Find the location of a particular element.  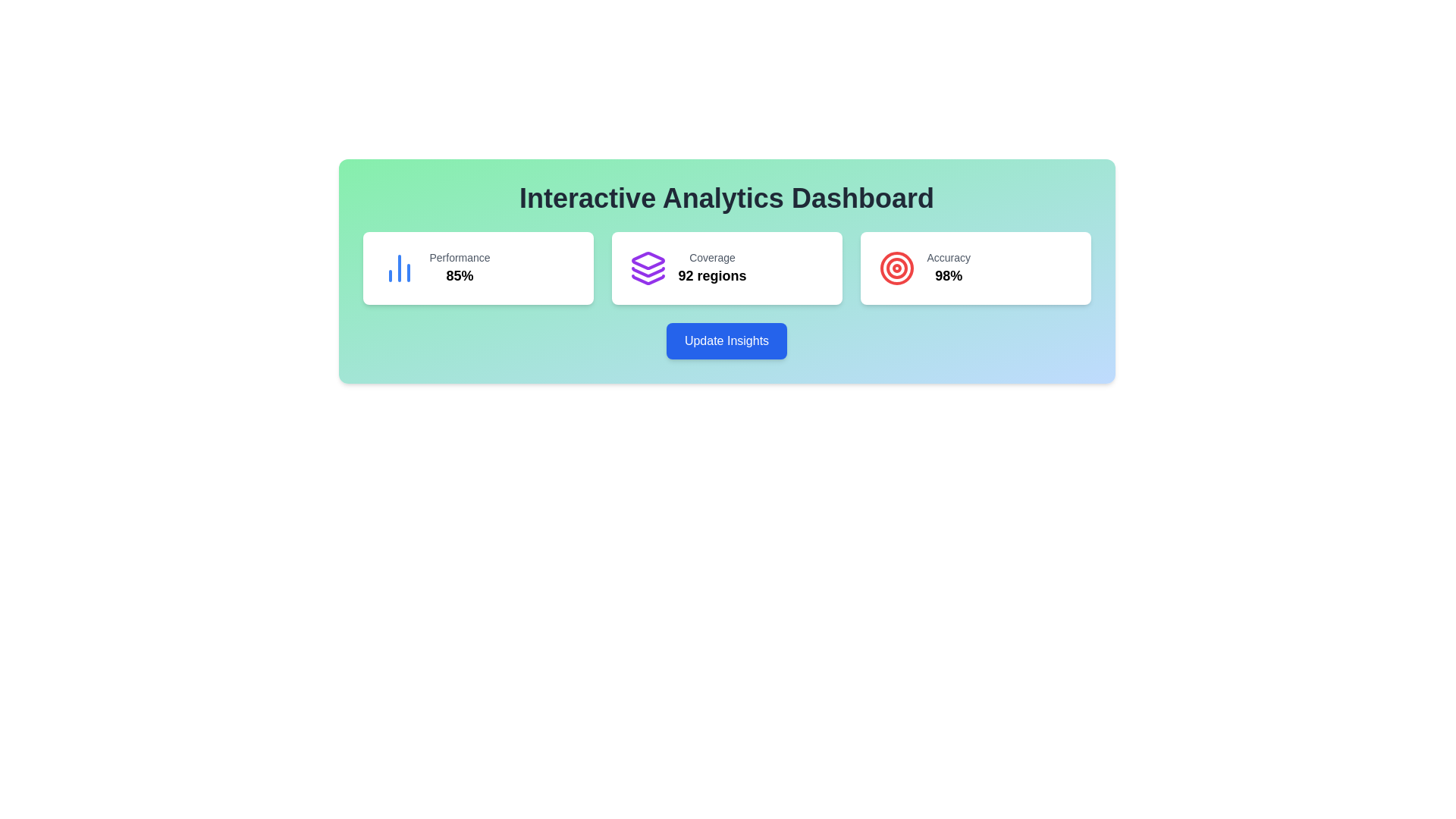

the 'Accuracy' text label located within the 'Accuracy' card, which is the third card in a horizontal row of three cards, positioned above the bold '98%' text is located at coordinates (948, 256).